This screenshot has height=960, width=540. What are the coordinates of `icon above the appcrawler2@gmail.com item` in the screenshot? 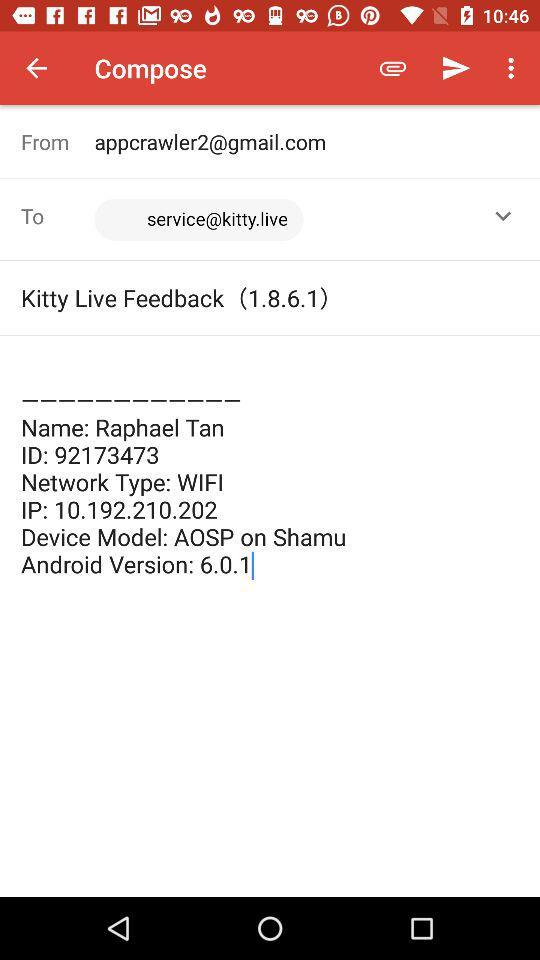 It's located at (513, 68).